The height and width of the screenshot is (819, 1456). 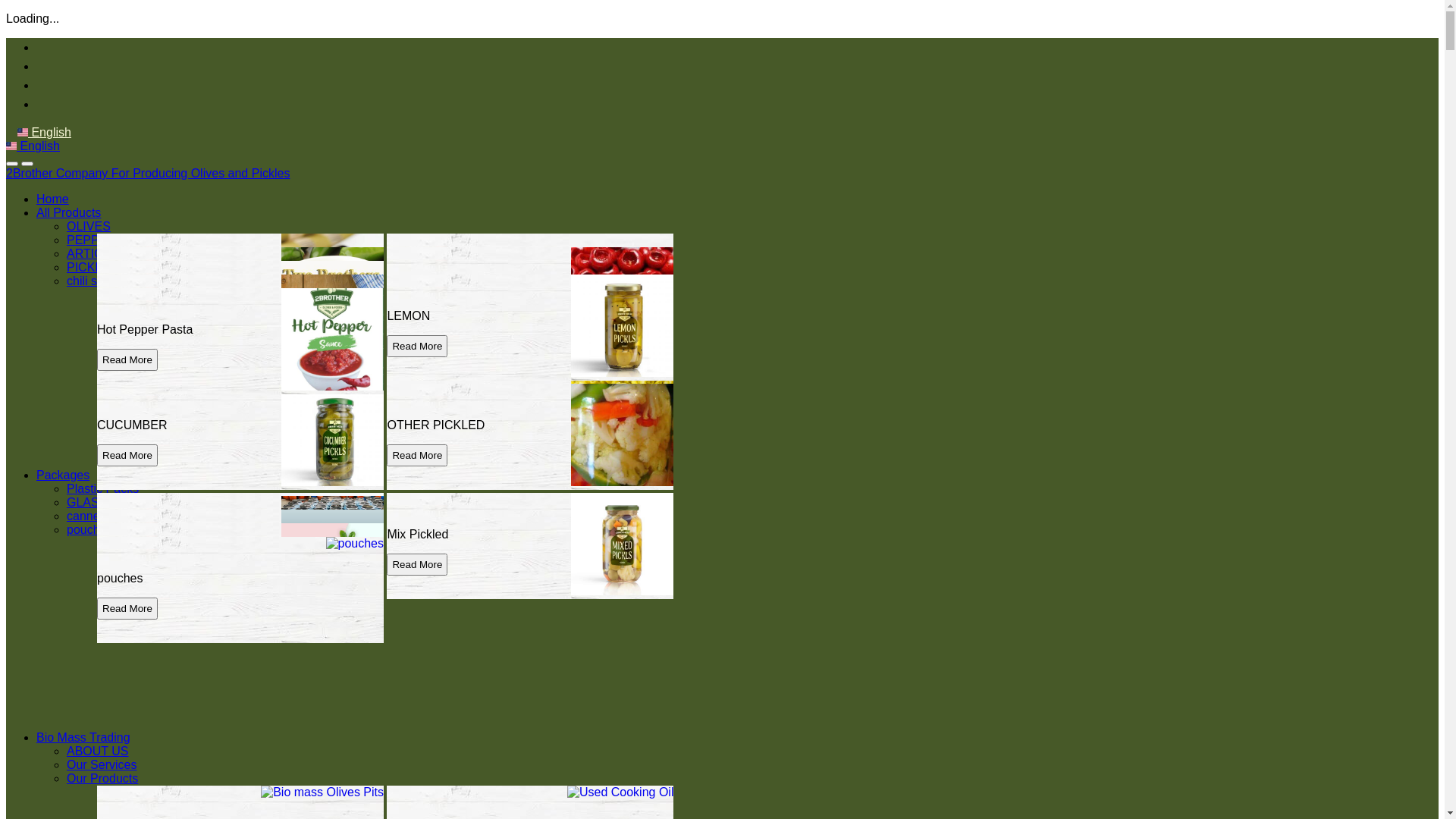 I want to click on 'Read More', so click(x=127, y=454).